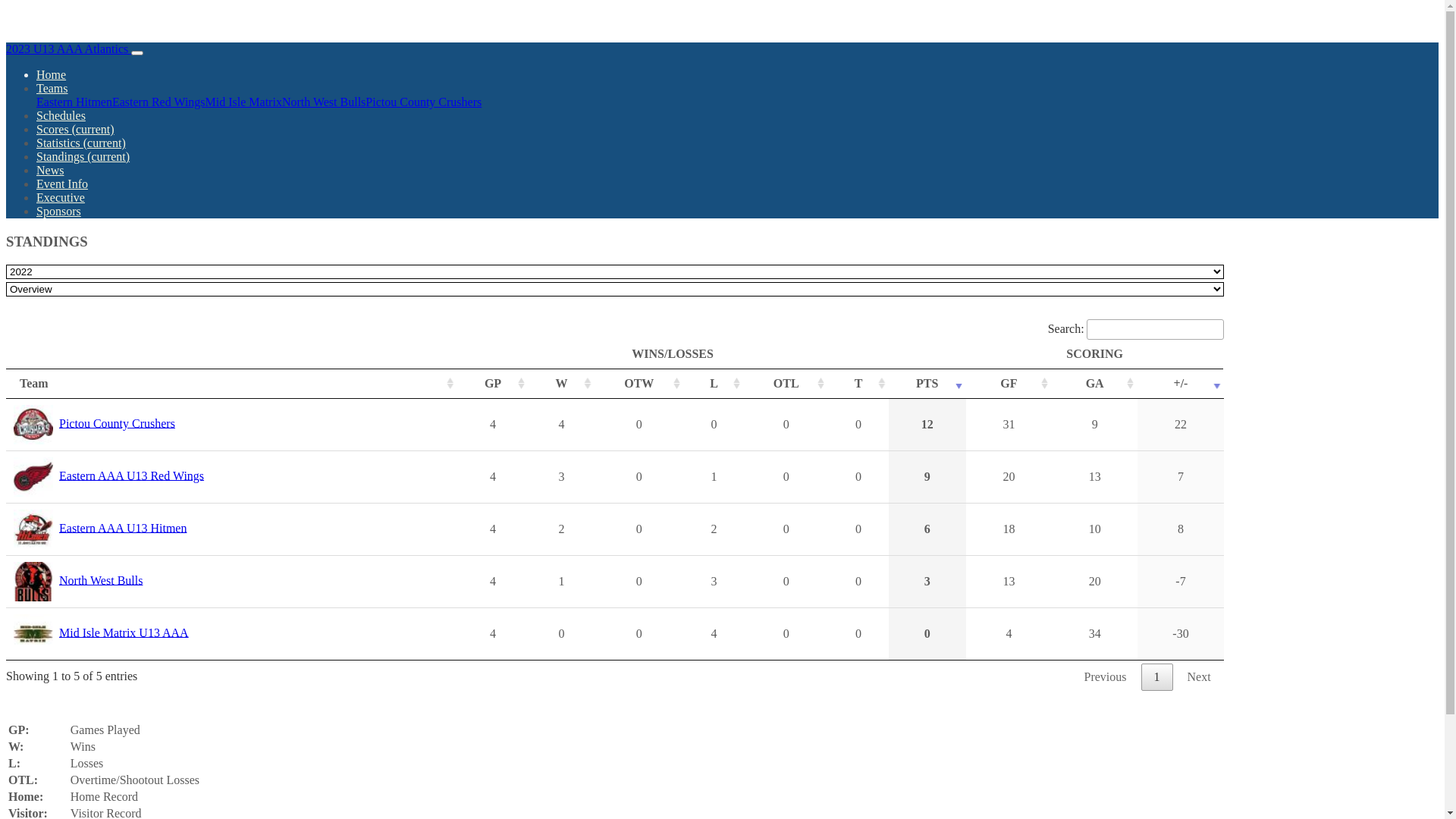 The width and height of the screenshot is (1456, 819). I want to click on '1', so click(1156, 676).